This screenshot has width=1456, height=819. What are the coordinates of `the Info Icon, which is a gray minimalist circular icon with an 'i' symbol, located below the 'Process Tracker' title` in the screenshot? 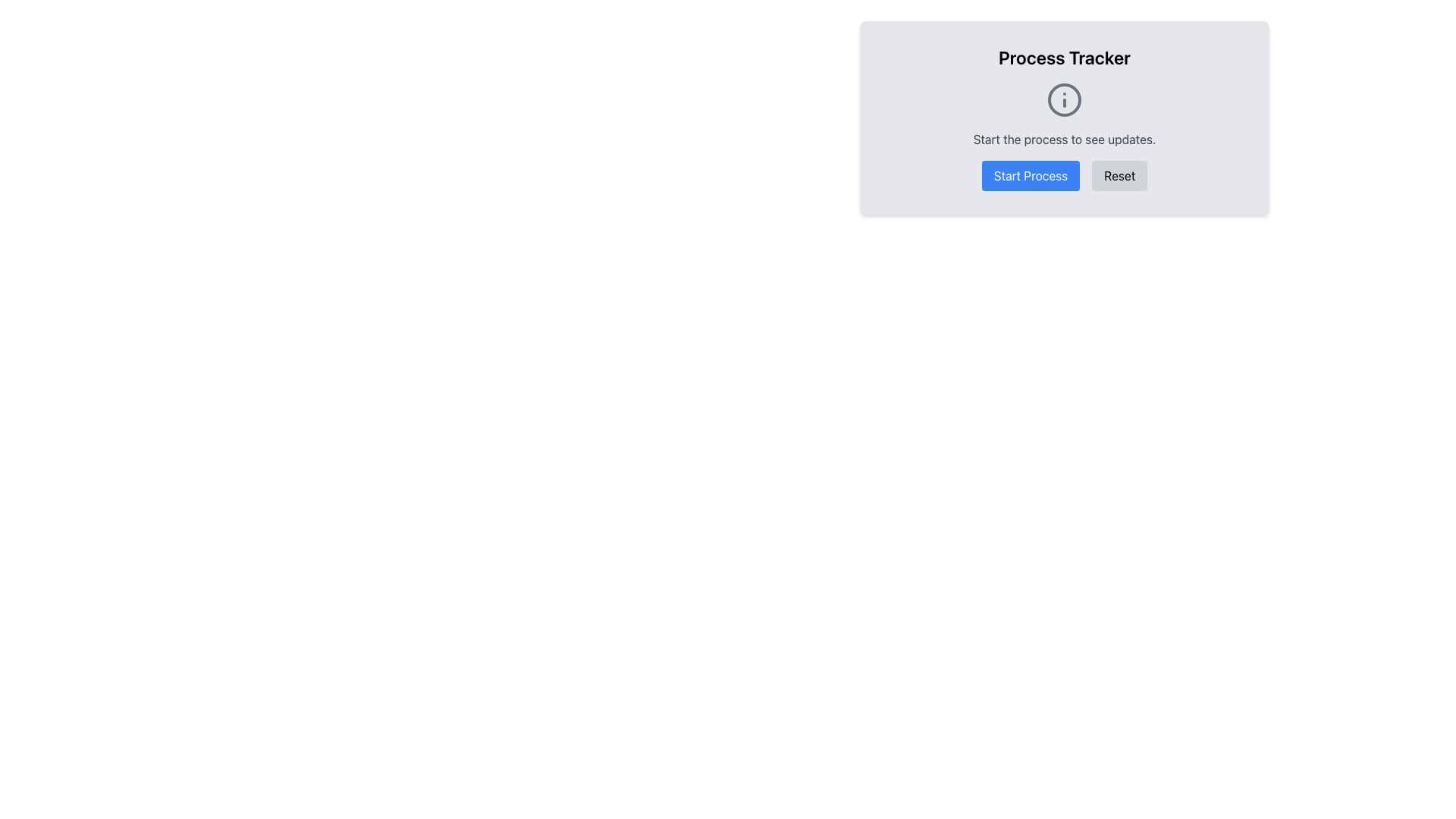 It's located at (1063, 99).